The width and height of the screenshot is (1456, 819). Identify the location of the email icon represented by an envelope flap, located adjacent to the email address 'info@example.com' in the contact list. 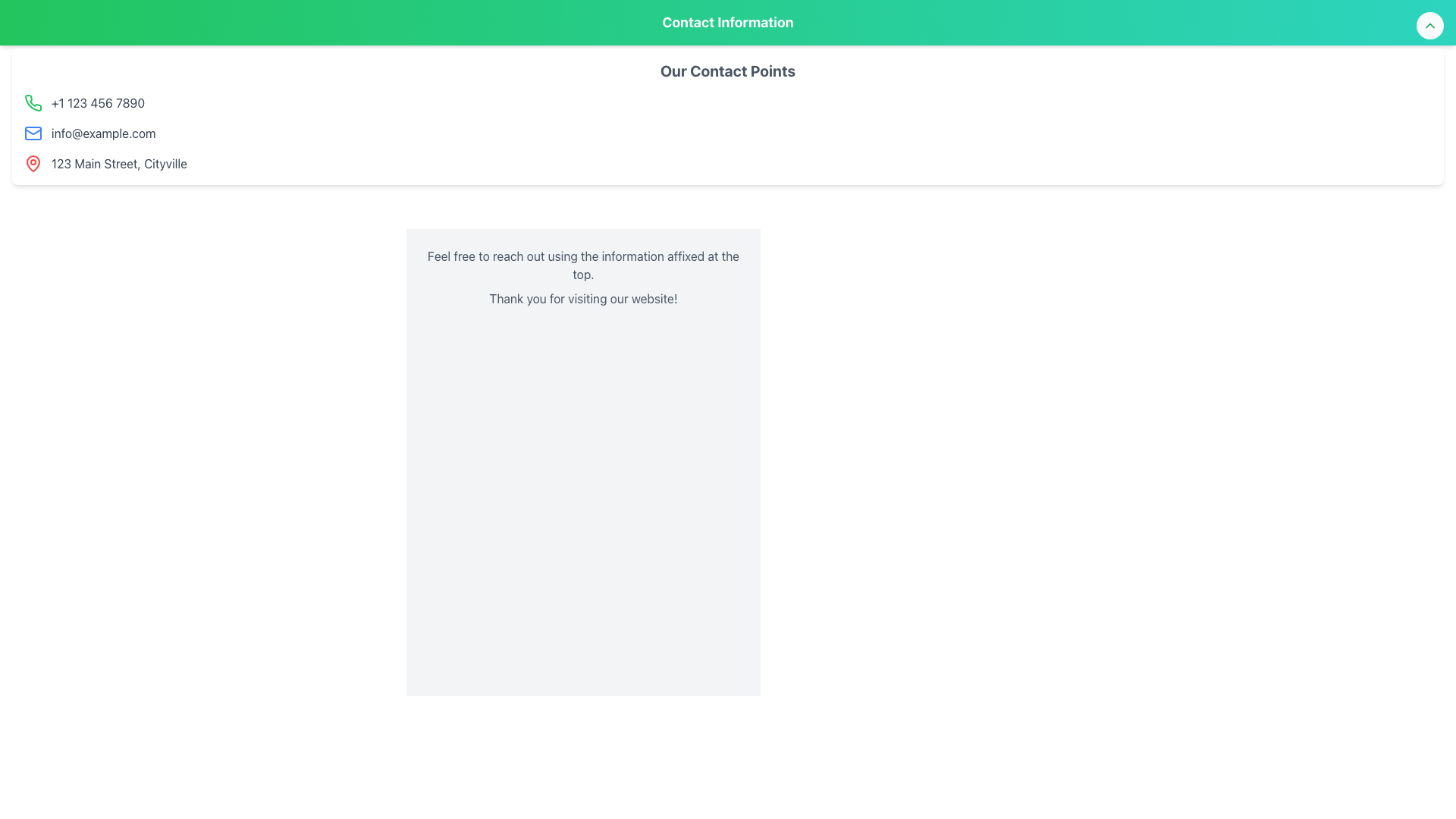
(33, 130).